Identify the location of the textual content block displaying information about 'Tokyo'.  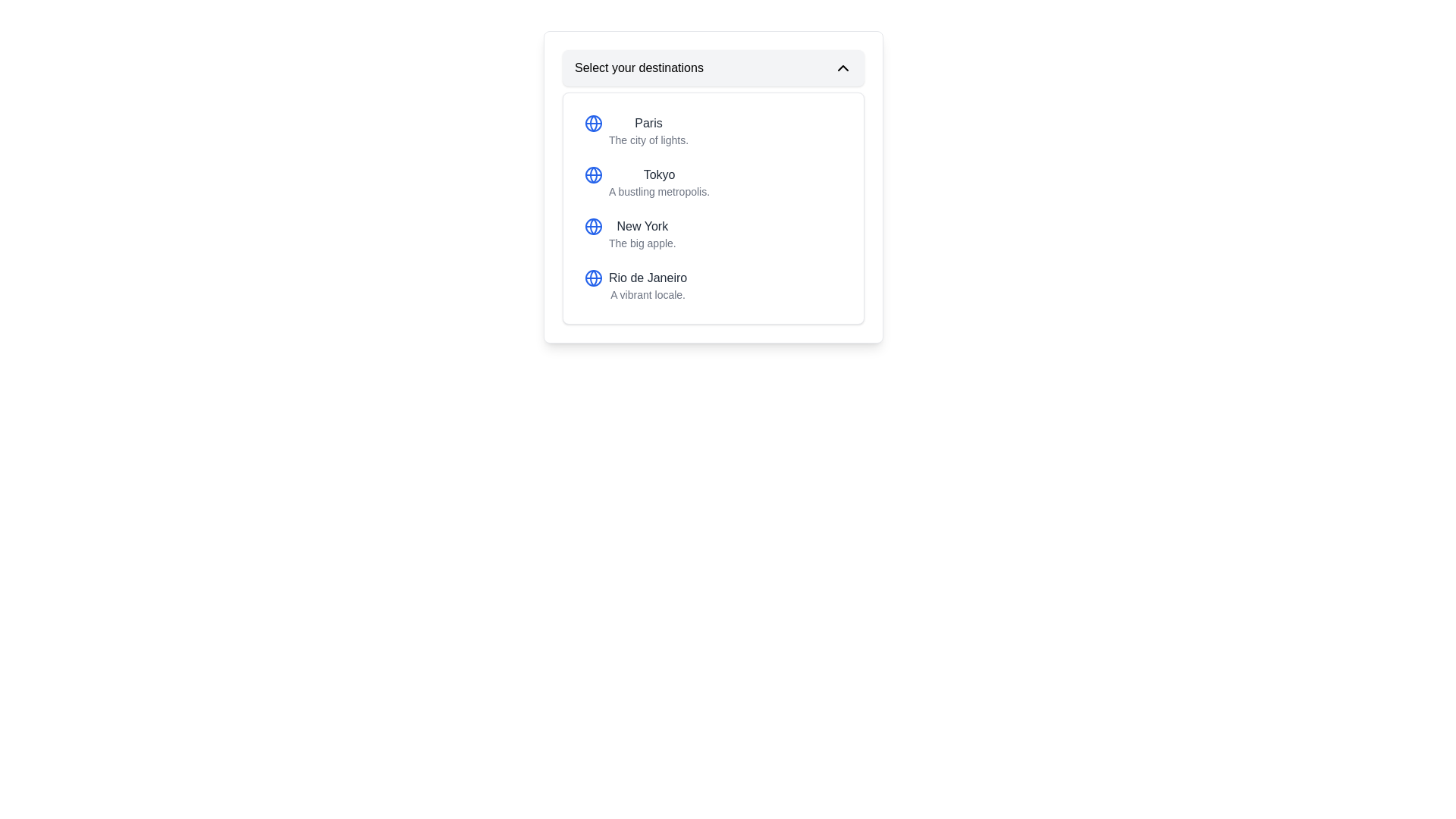
(659, 181).